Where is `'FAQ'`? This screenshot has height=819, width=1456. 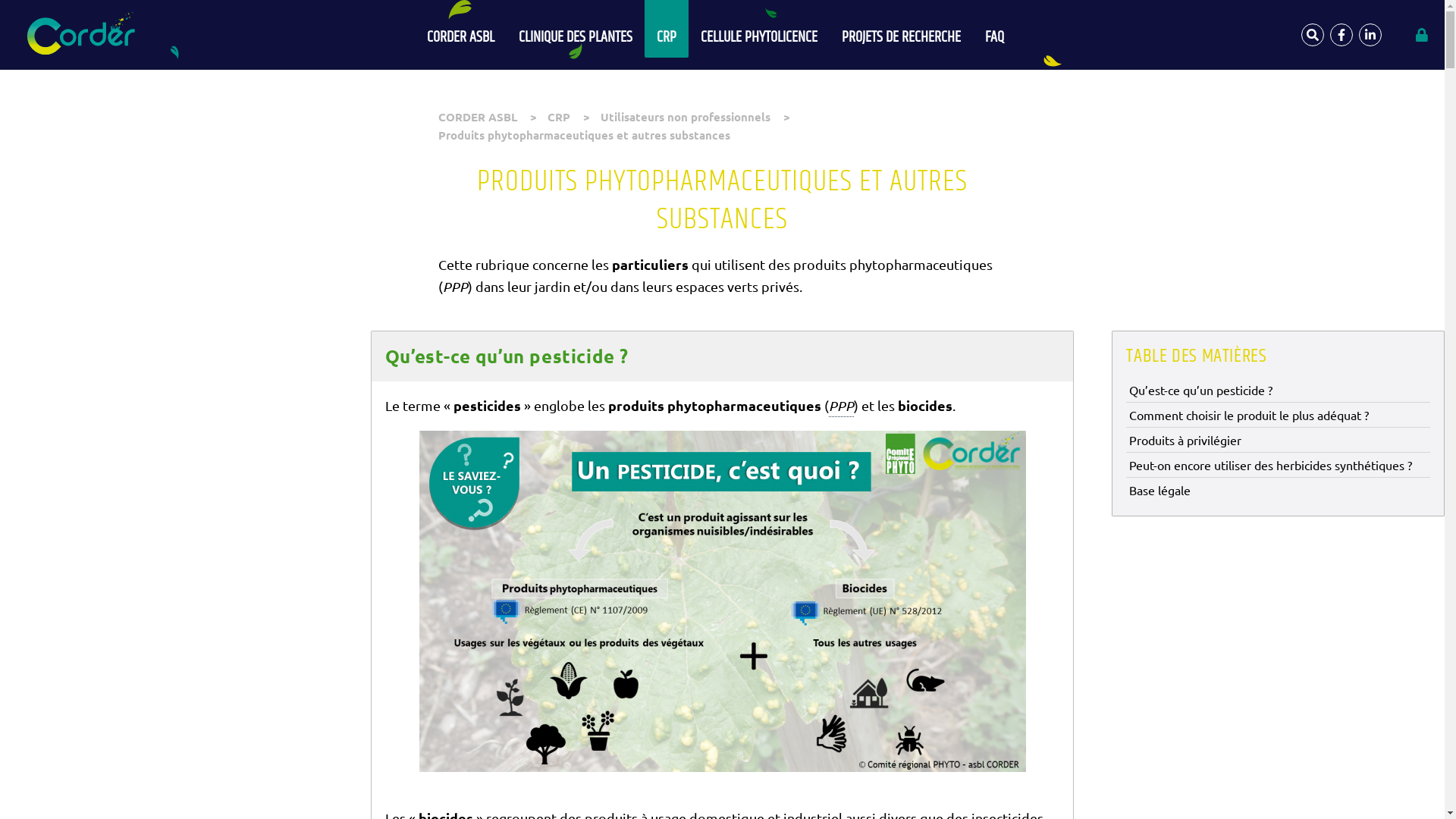 'FAQ' is located at coordinates (994, 29).